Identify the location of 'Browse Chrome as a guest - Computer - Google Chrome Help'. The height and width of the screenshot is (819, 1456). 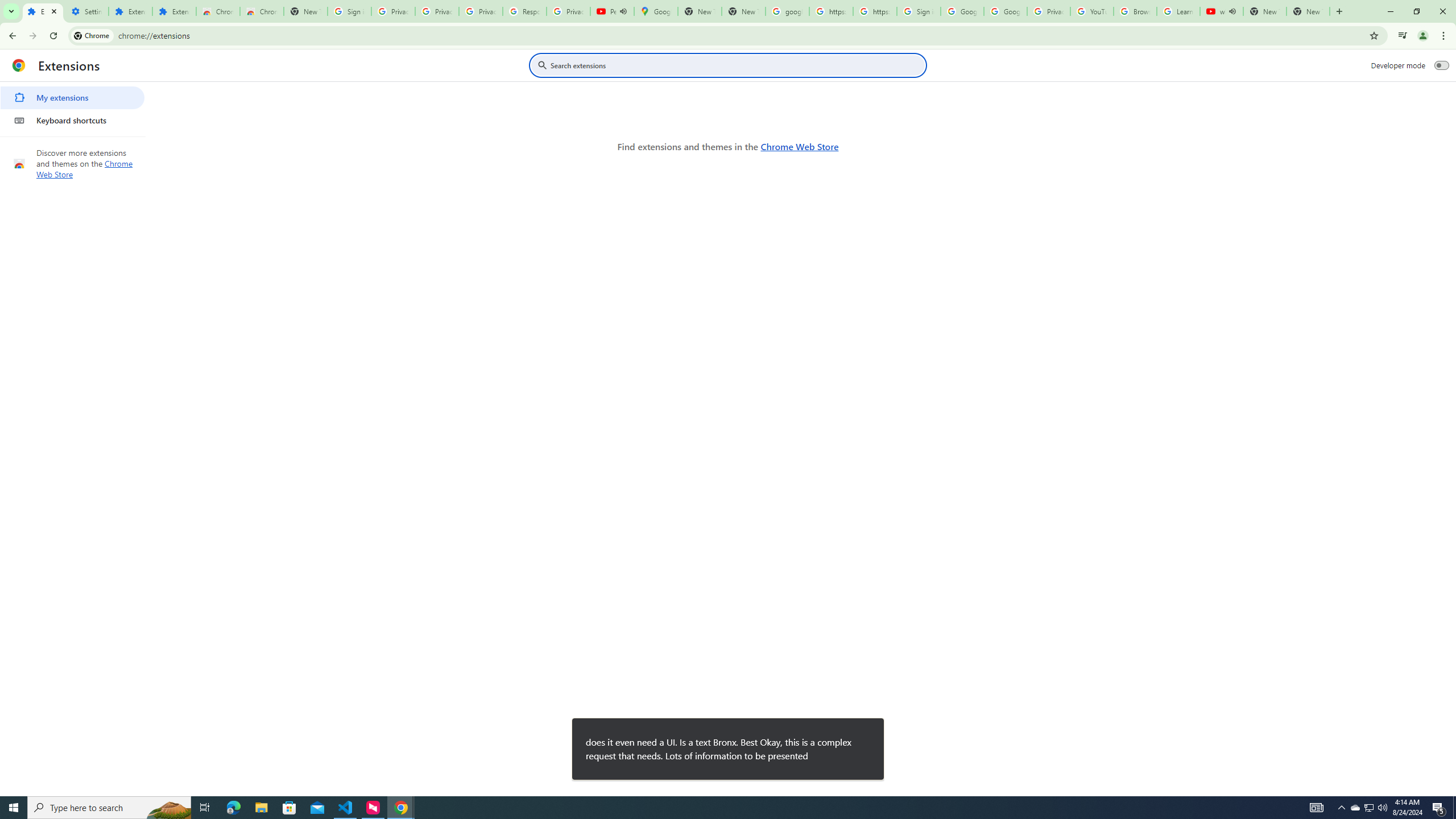
(1134, 11).